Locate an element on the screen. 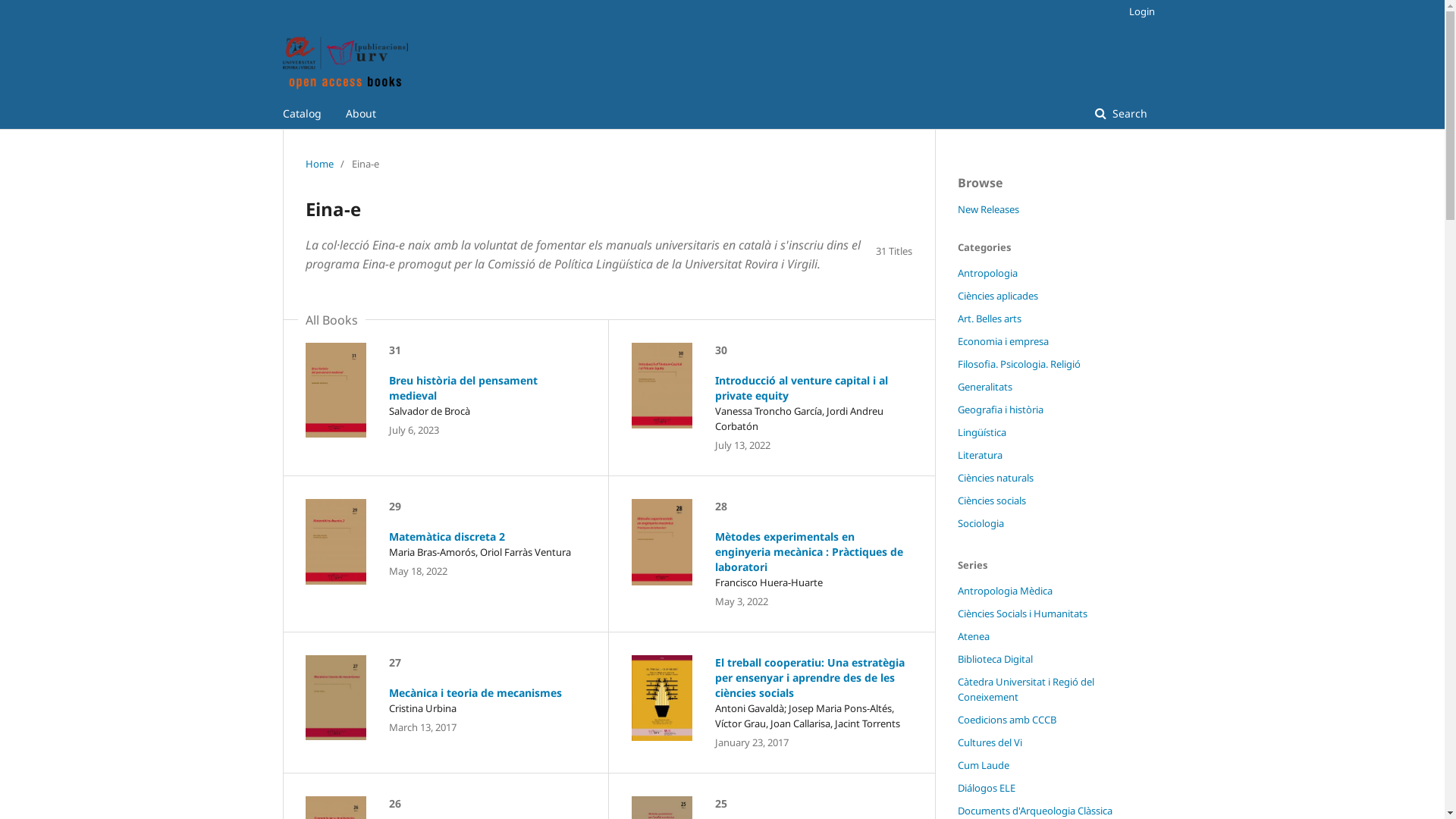 The width and height of the screenshot is (1456, 819). 'Cultures del Vi' is located at coordinates (989, 742).